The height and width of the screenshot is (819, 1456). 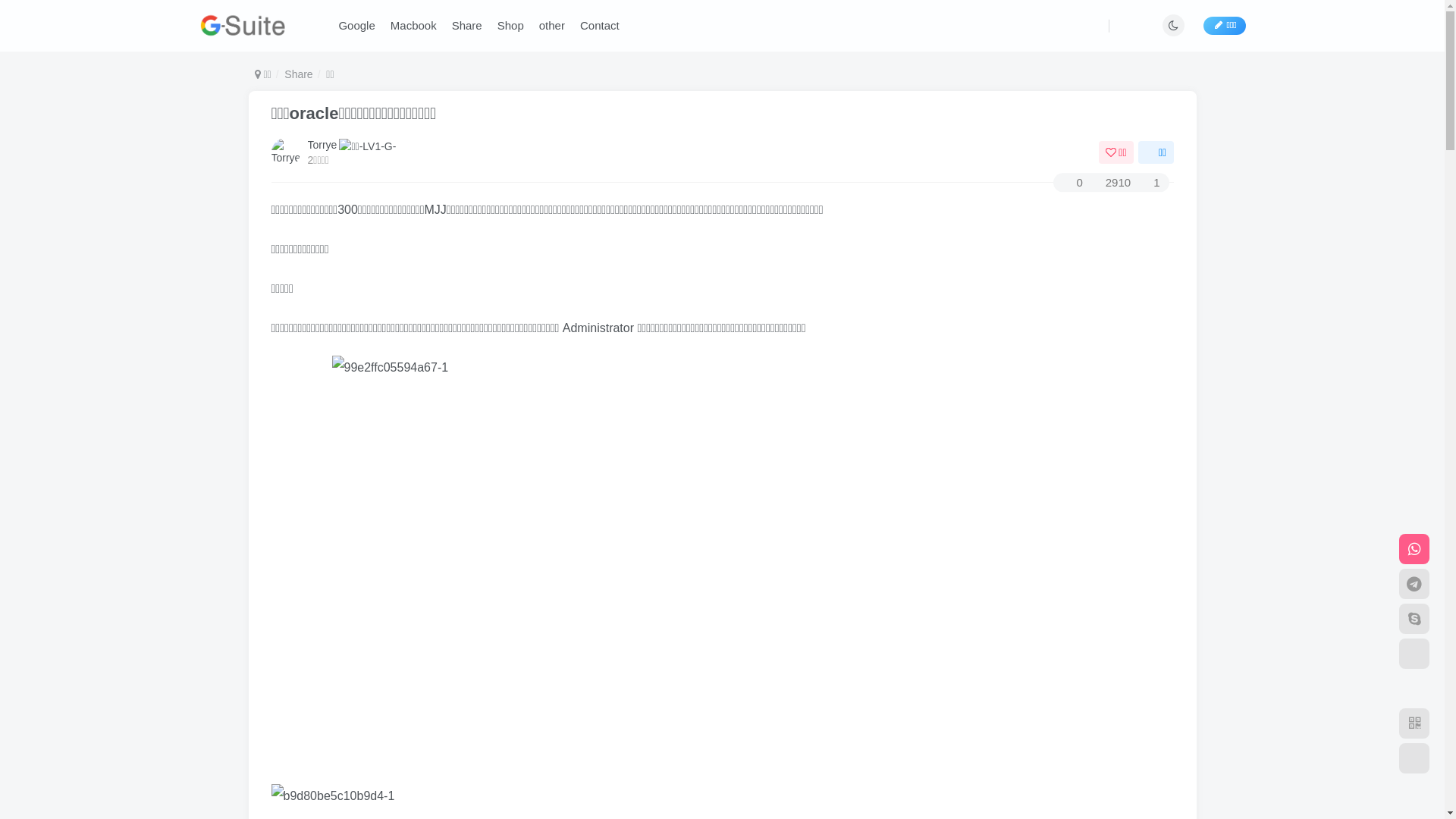 I want to click on 'Email', so click(x=1414, y=652).